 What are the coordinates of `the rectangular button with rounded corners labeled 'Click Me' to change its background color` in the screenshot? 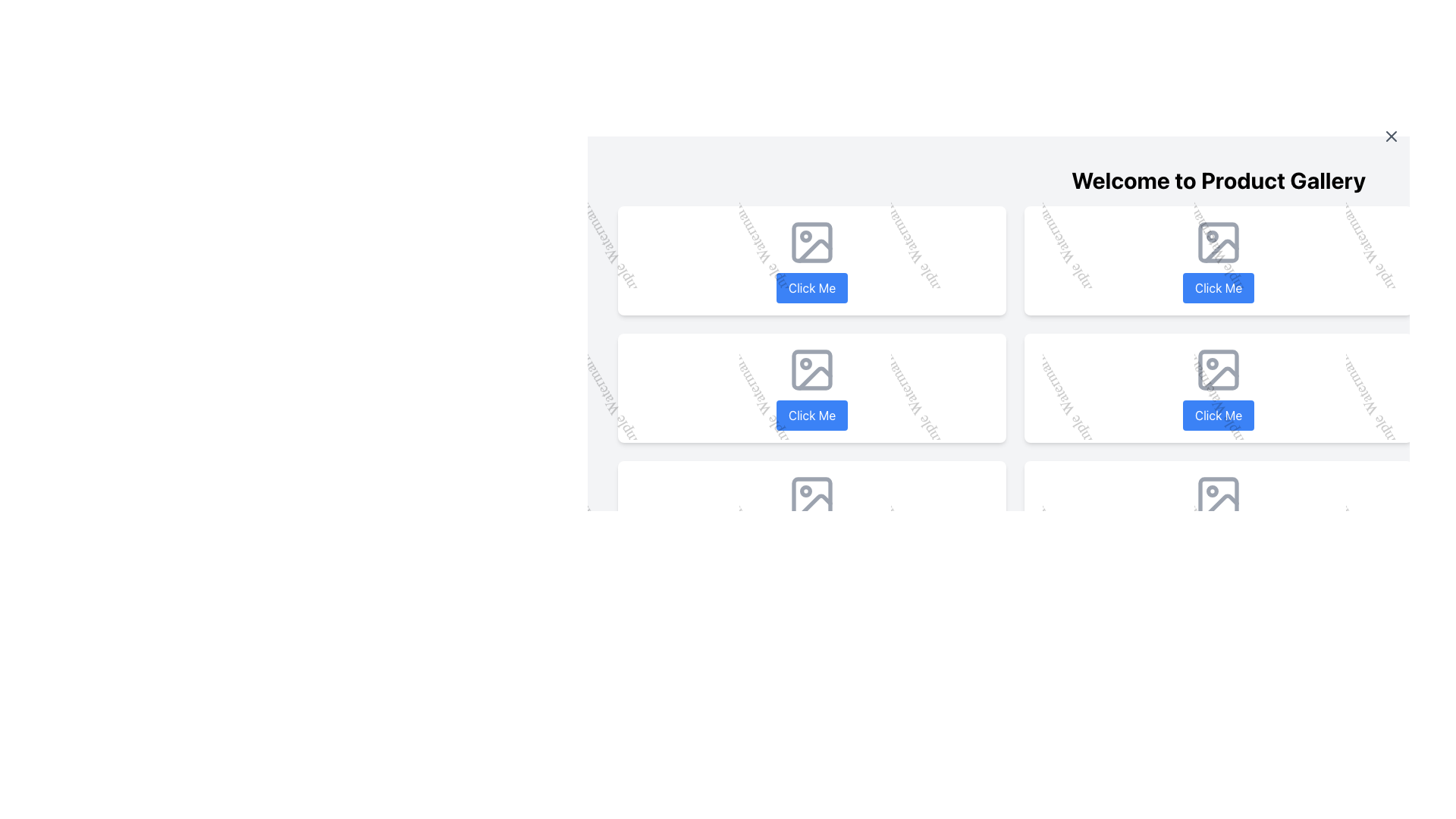 It's located at (1219, 288).